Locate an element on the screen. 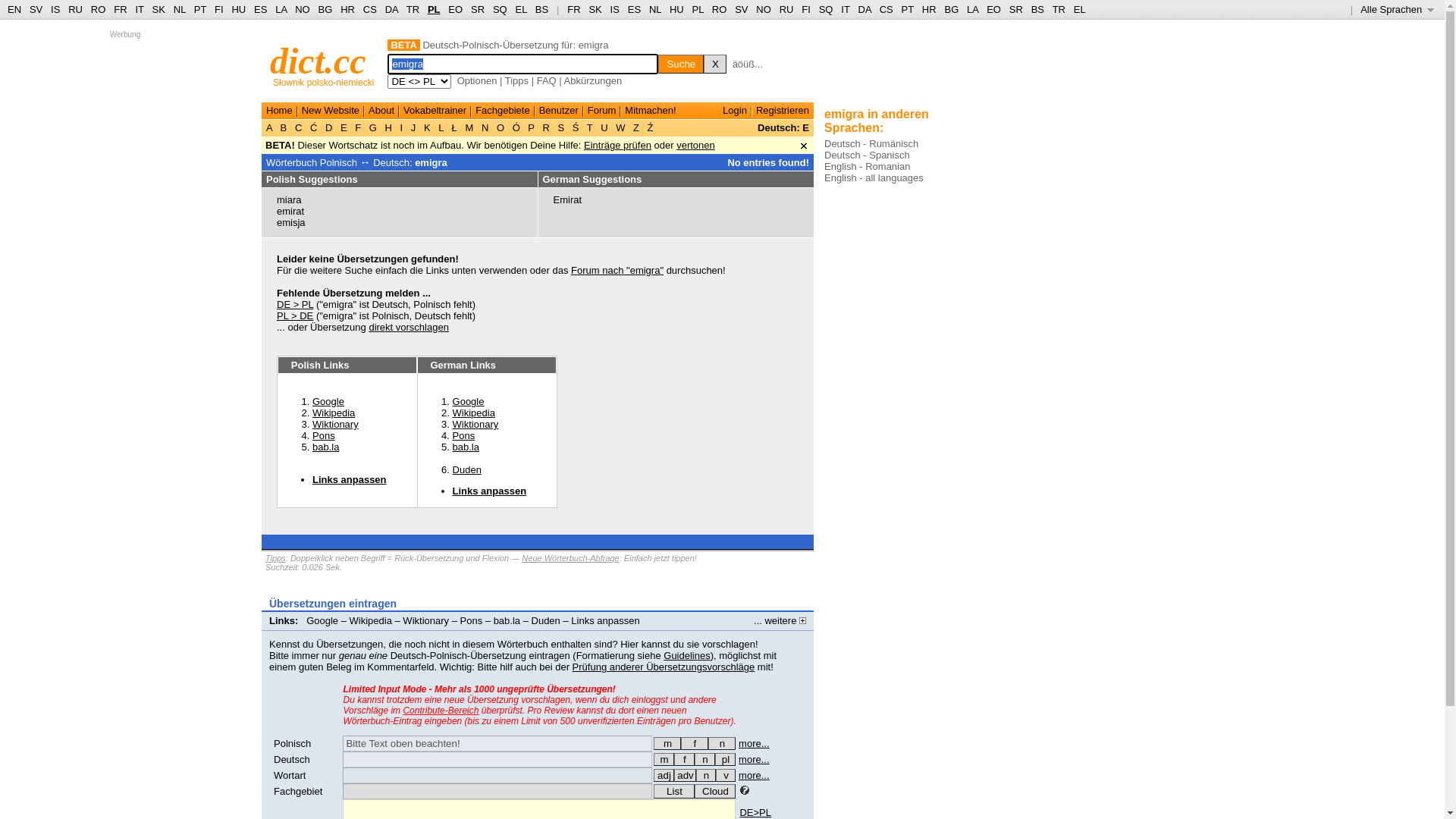 Image resolution: width=1456 pixels, height=819 pixels. 'CS' is located at coordinates (370, 9).